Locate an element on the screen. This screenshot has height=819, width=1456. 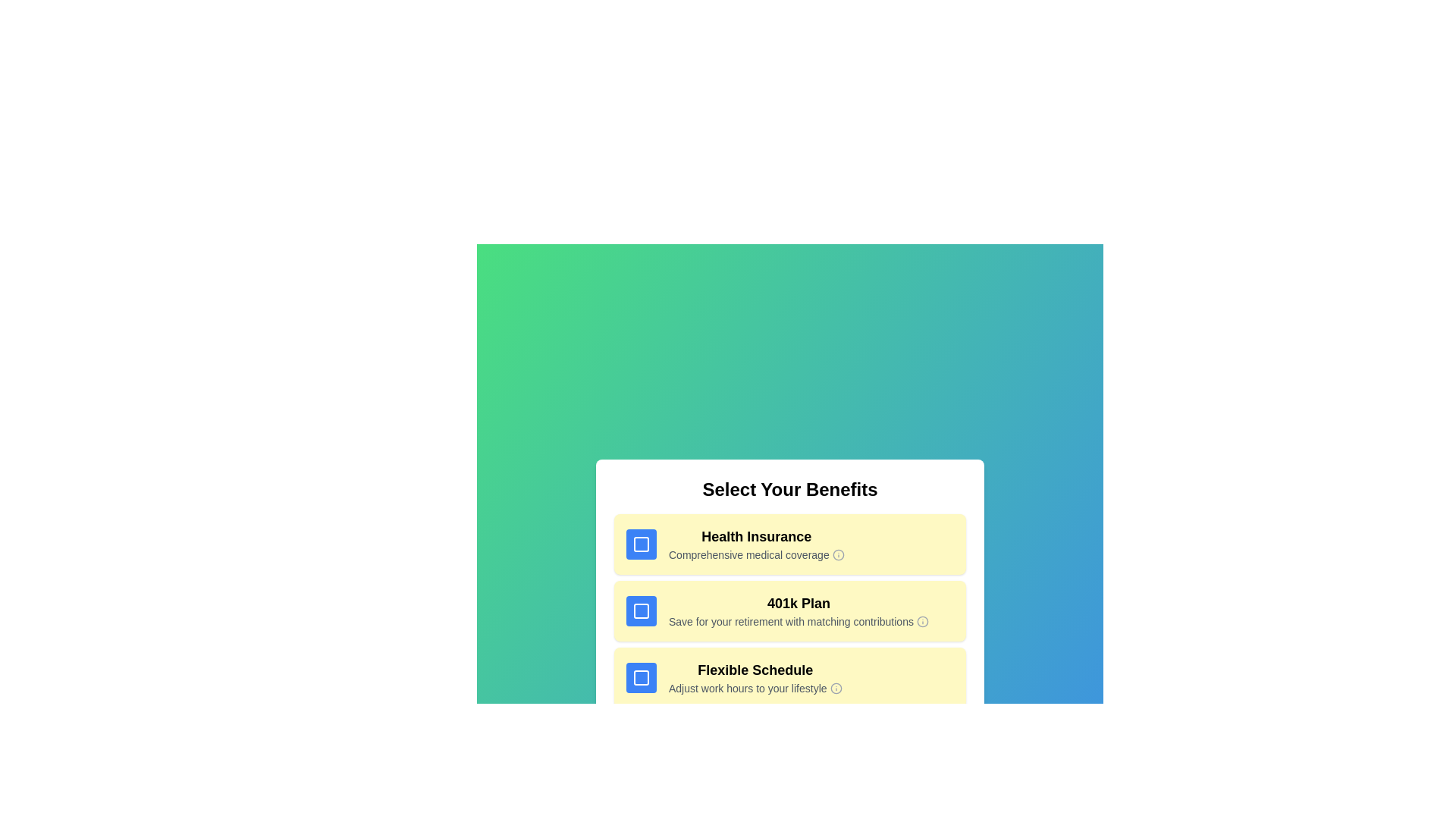
the benefit item corresponding to 401k Plan is located at coordinates (789, 610).